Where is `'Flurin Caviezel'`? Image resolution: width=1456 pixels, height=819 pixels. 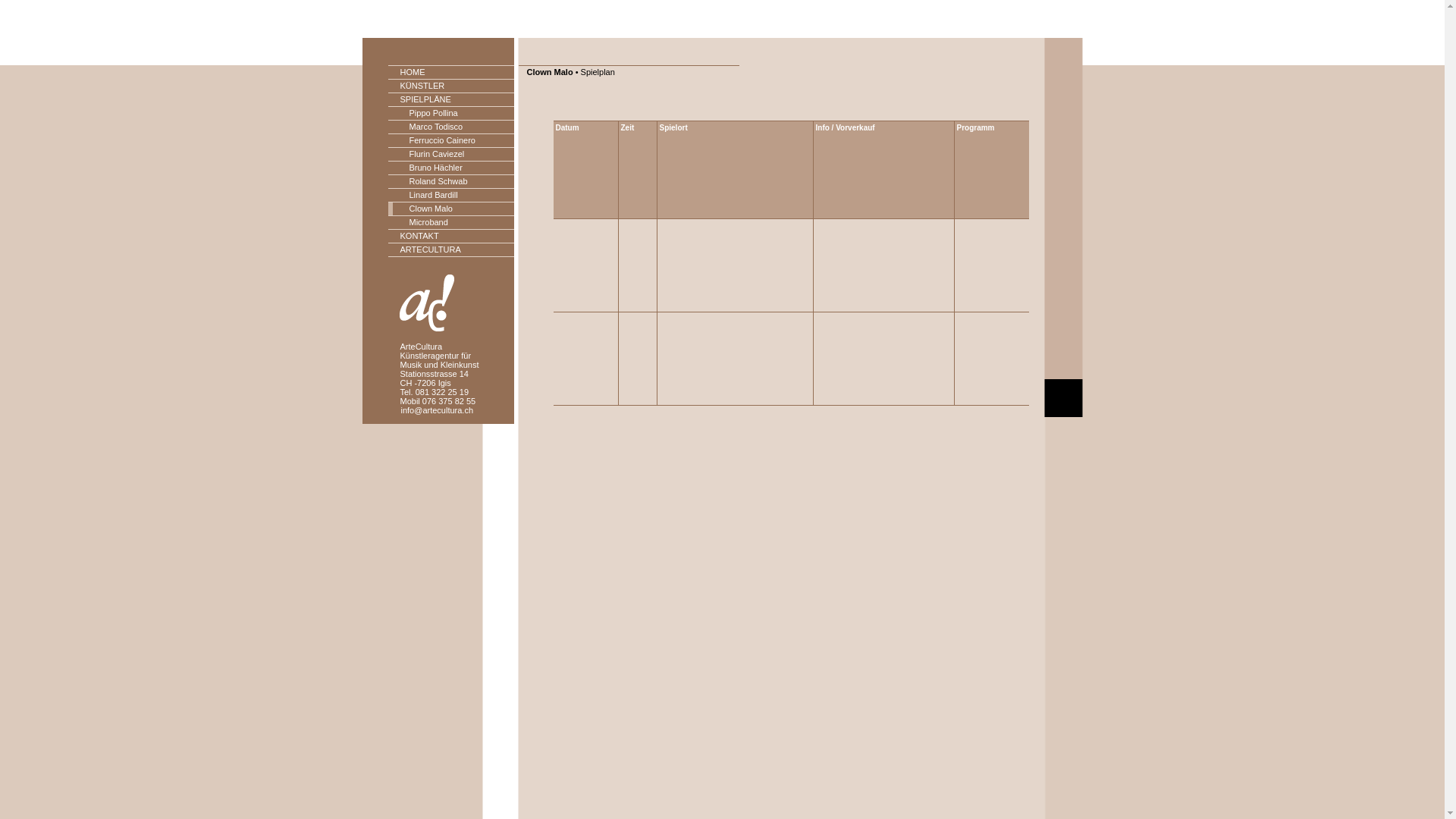
'Flurin Caviezel' is located at coordinates (450, 155).